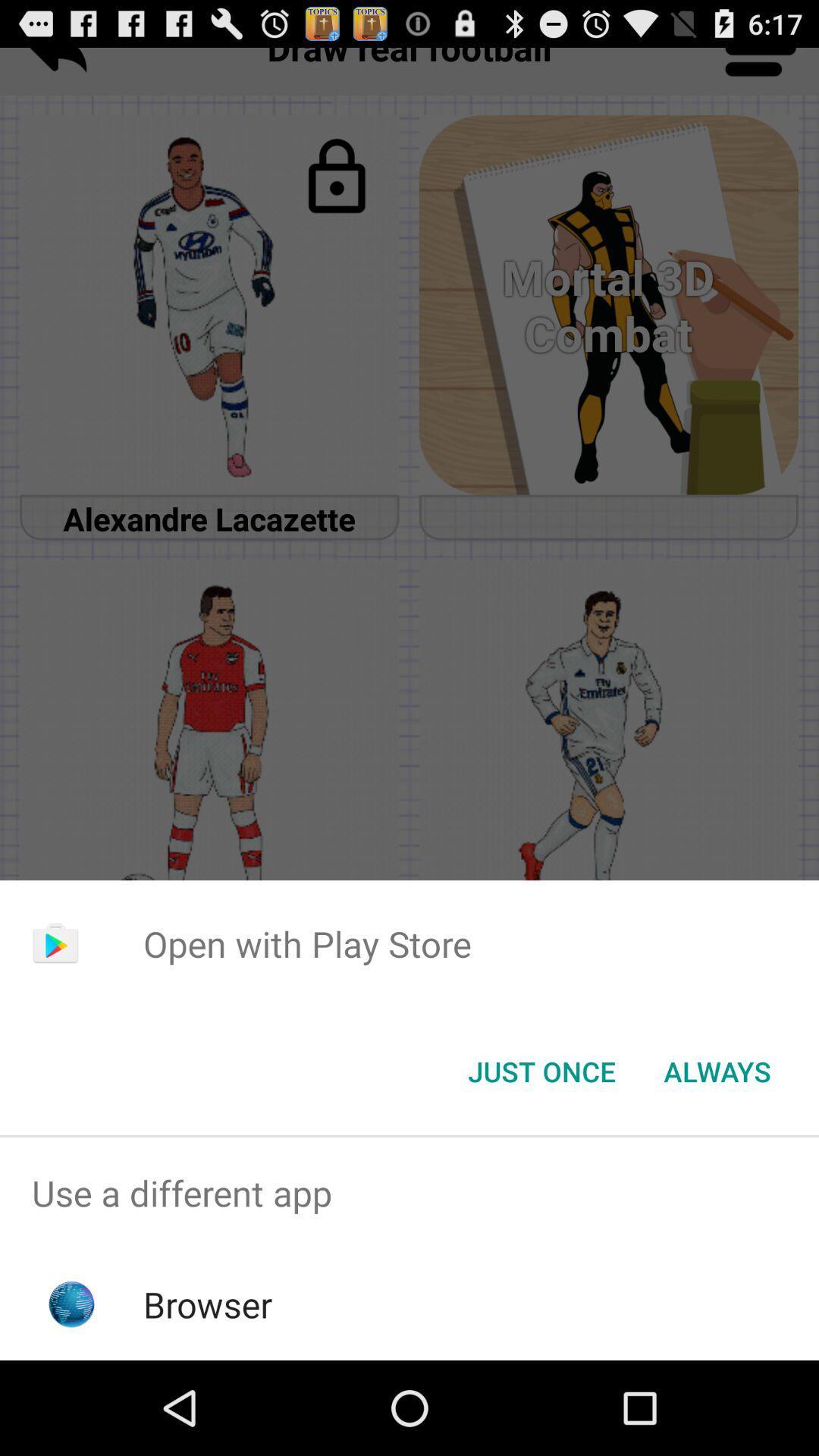  What do you see at coordinates (409, 1192) in the screenshot?
I see `the use a different icon` at bounding box center [409, 1192].